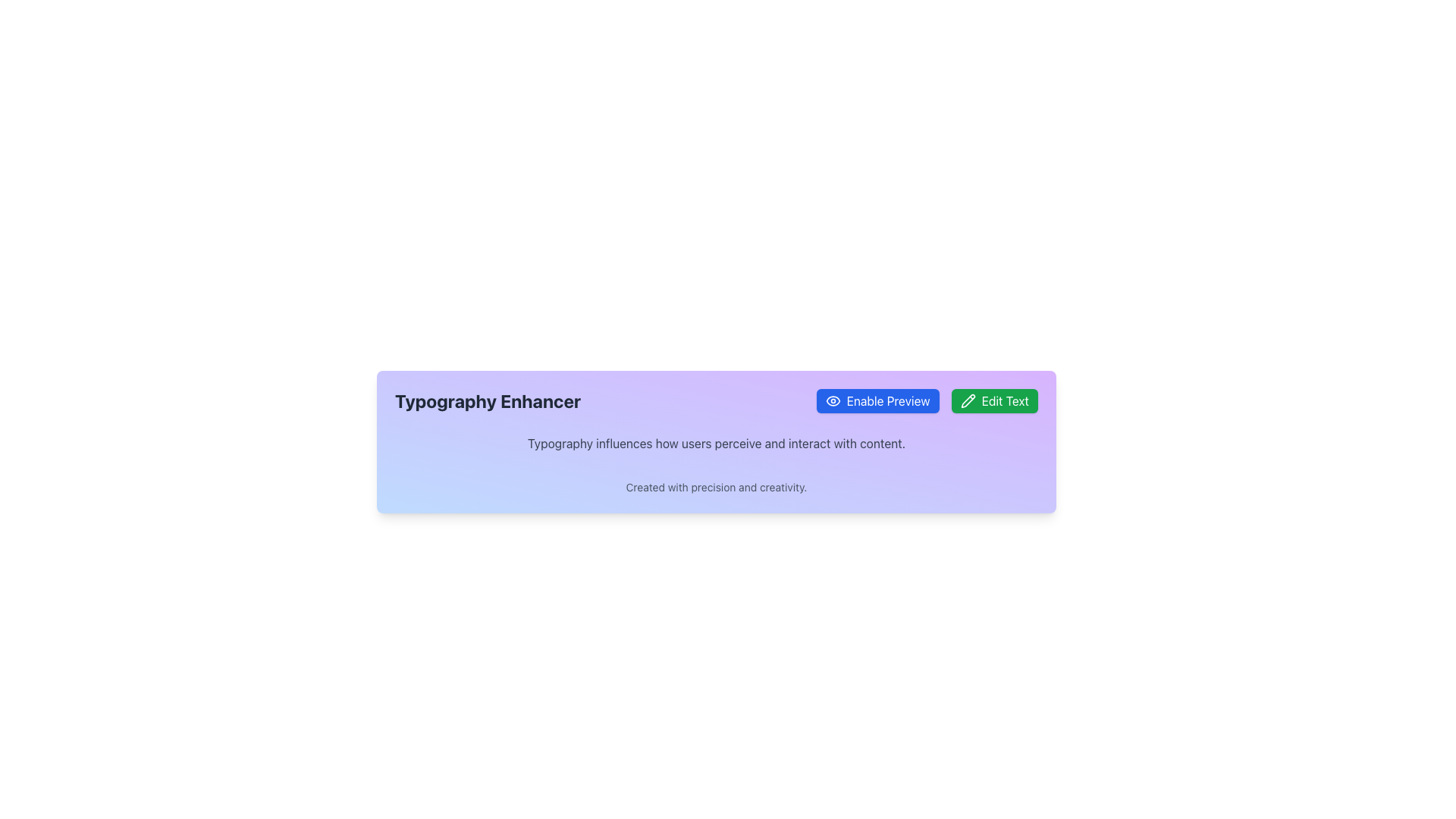 This screenshot has height=819, width=1456. Describe the element at coordinates (488, 400) in the screenshot. I see `the Text Label that serves as a header or title, located to the left of the 'Enable Preview' and 'Edit Text' buttons` at that location.